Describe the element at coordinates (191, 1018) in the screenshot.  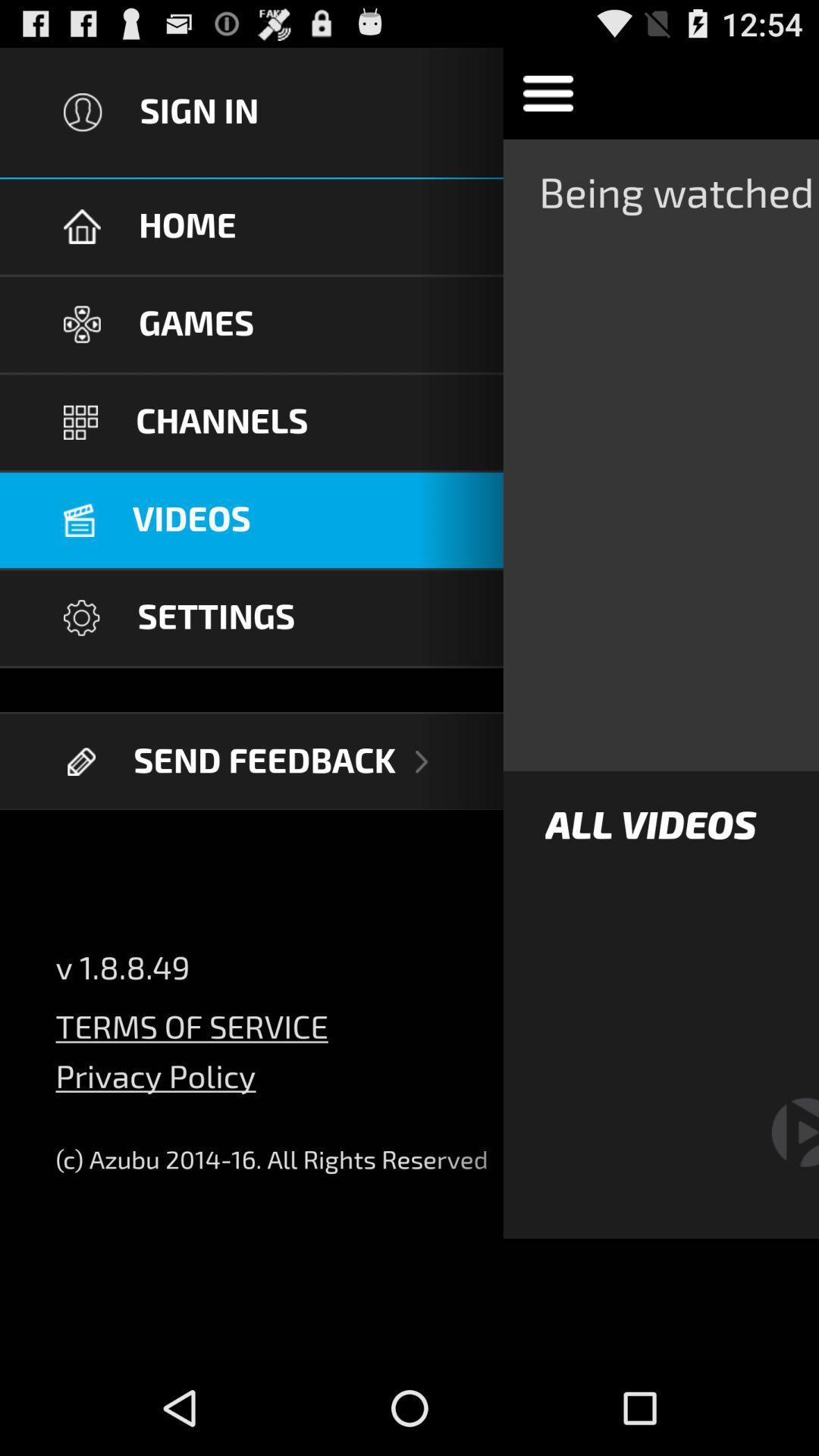
I see `icon above the privacy policy icon` at that location.